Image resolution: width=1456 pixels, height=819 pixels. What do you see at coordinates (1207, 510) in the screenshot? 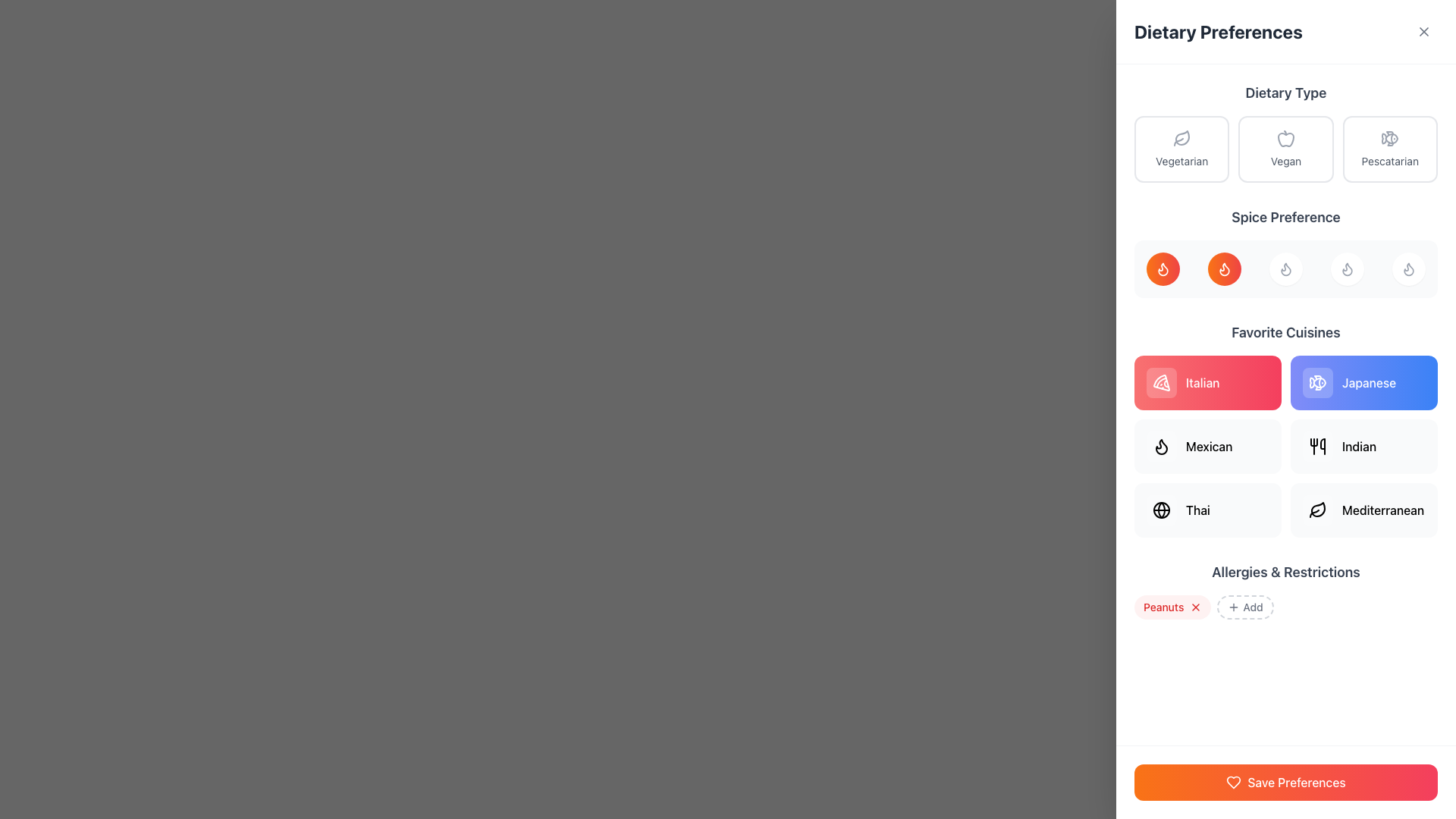
I see `the 'Thai' button in the 'Favorite Cuisines' grid` at bounding box center [1207, 510].